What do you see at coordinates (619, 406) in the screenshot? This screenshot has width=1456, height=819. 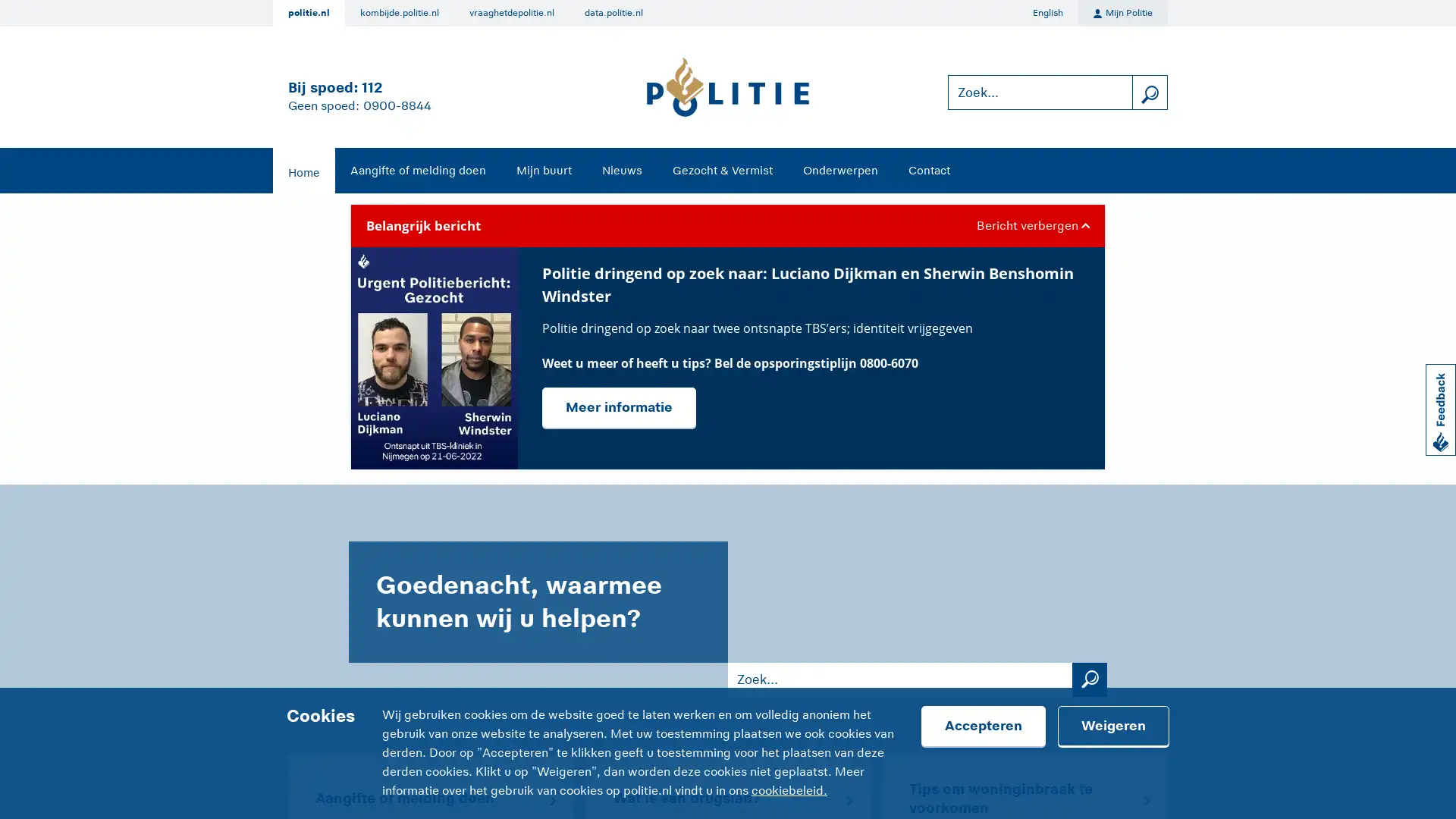 I see `Meer informatie` at bounding box center [619, 406].